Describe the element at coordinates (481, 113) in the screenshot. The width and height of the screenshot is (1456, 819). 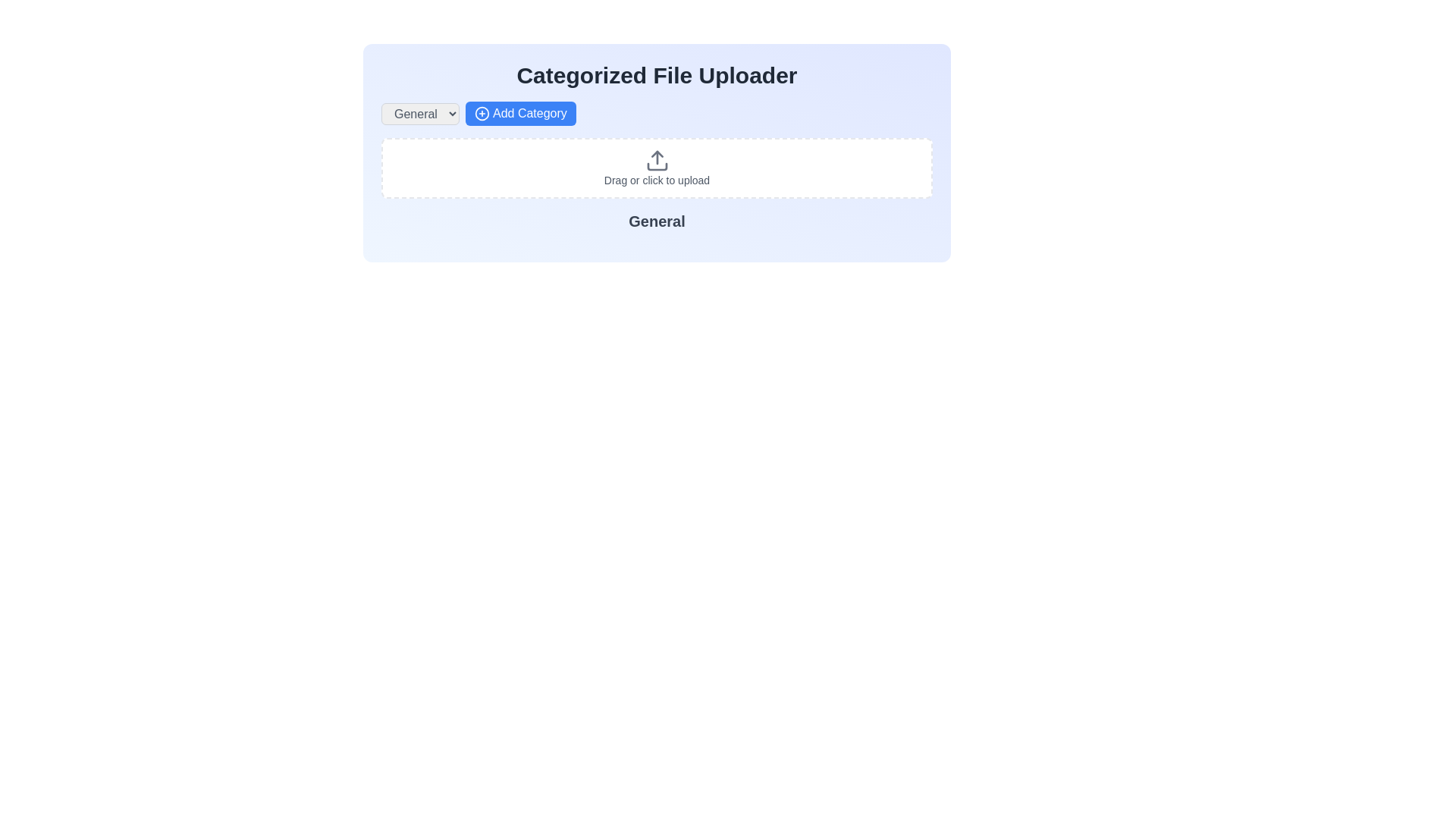
I see `the circular icon with a '+' symbol located to the left of the 'Add Category' button` at that location.